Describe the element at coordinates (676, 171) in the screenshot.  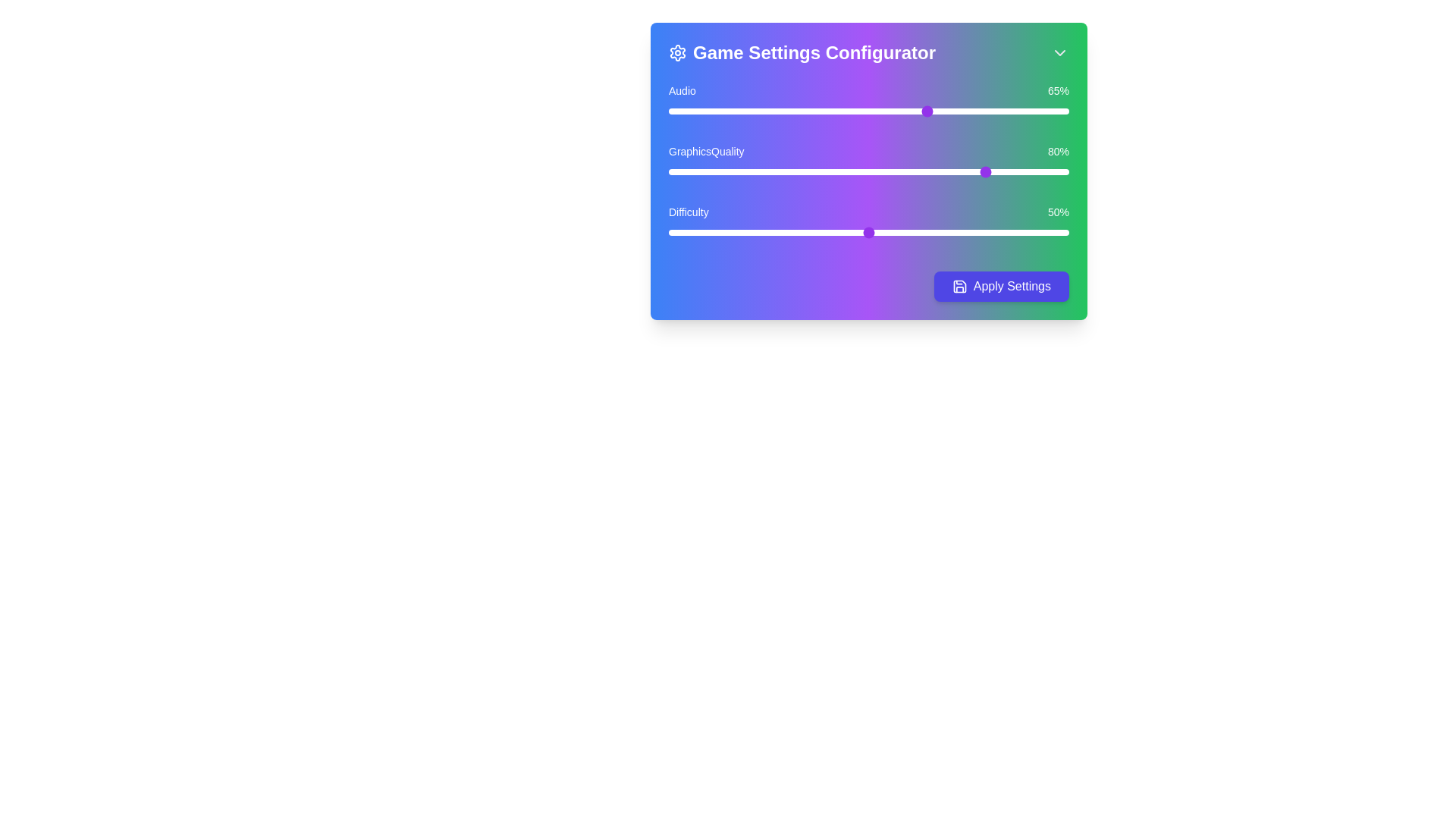
I see `Graphics Quality` at that location.